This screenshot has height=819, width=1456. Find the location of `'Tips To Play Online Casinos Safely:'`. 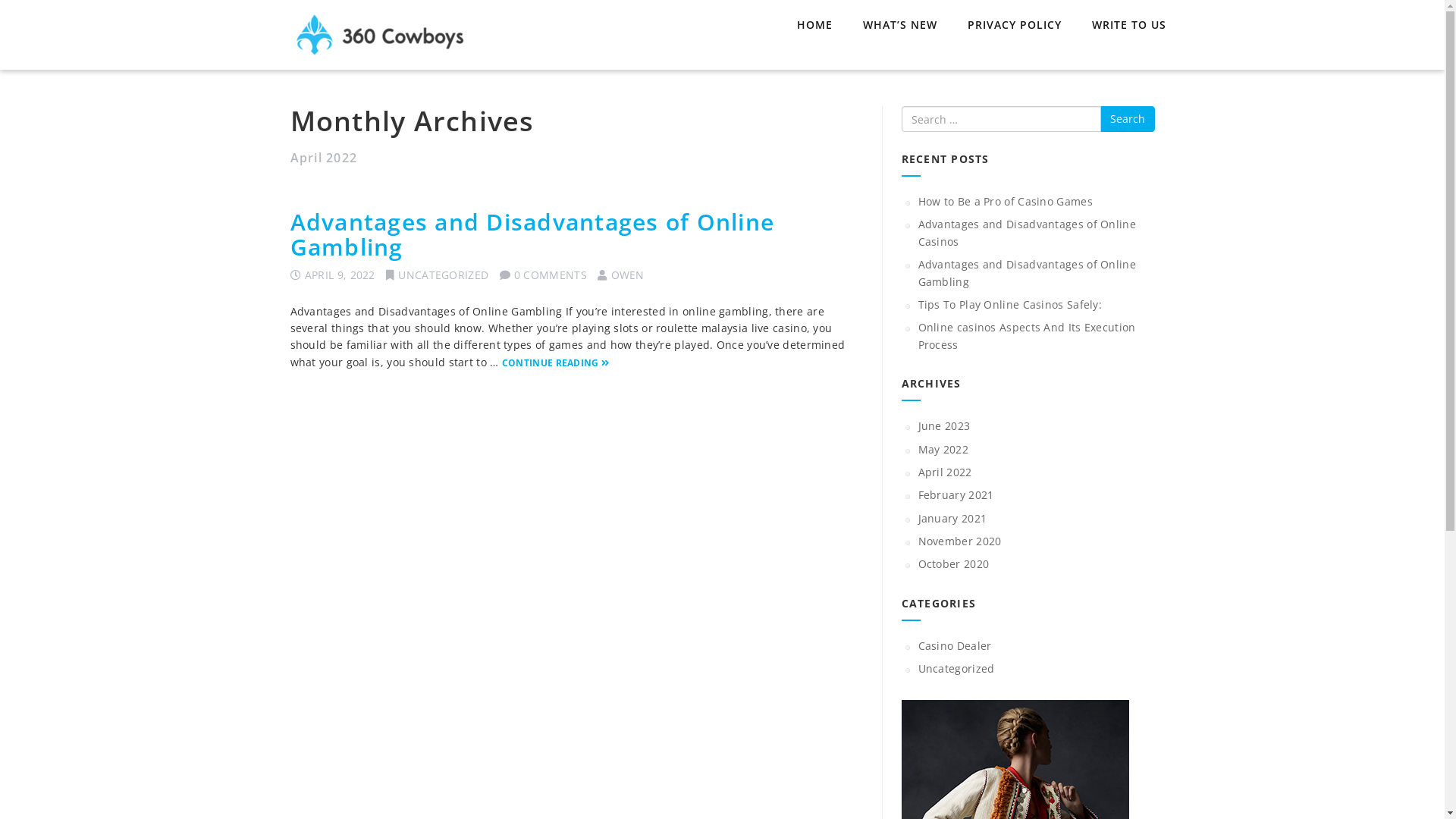

'Tips To Play Online Casinos Safely:' is located at coordinates (916, 304).